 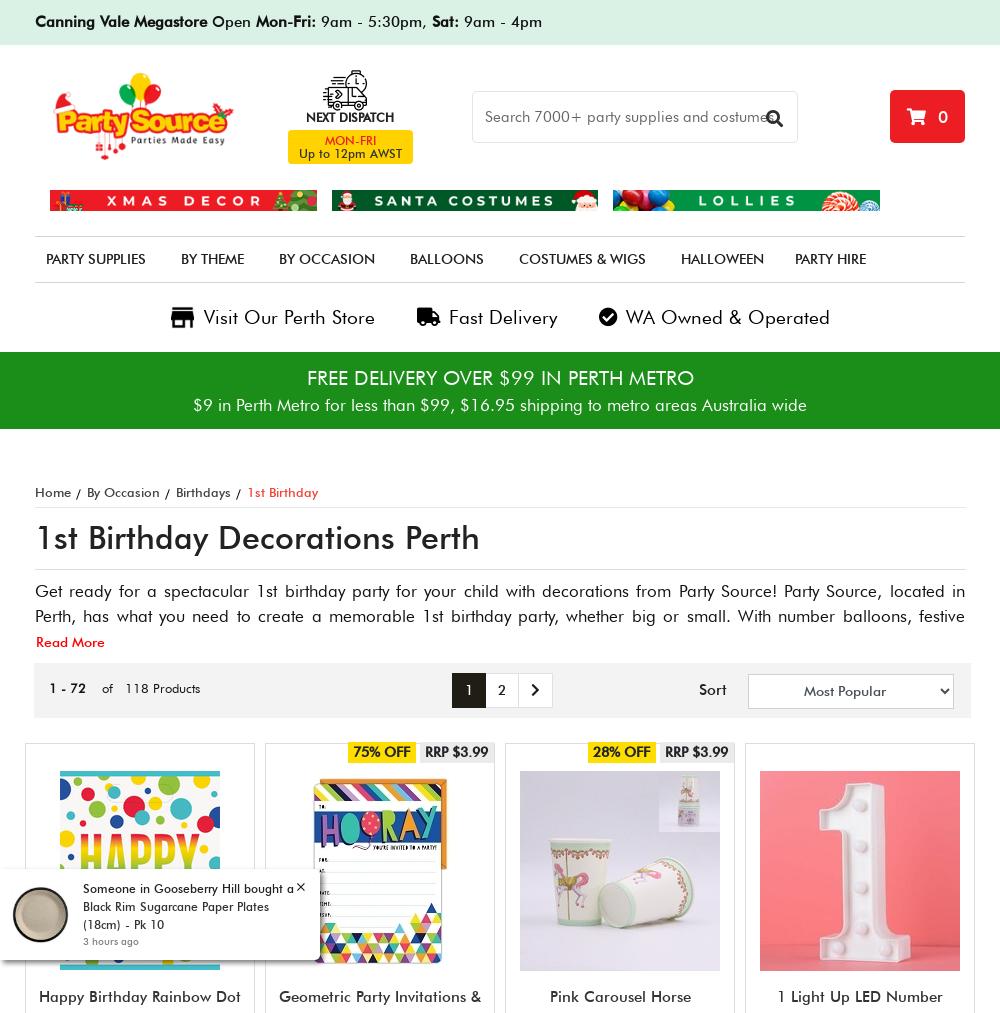 I want to click on '3 hours ago', so click(x=93, y=940).